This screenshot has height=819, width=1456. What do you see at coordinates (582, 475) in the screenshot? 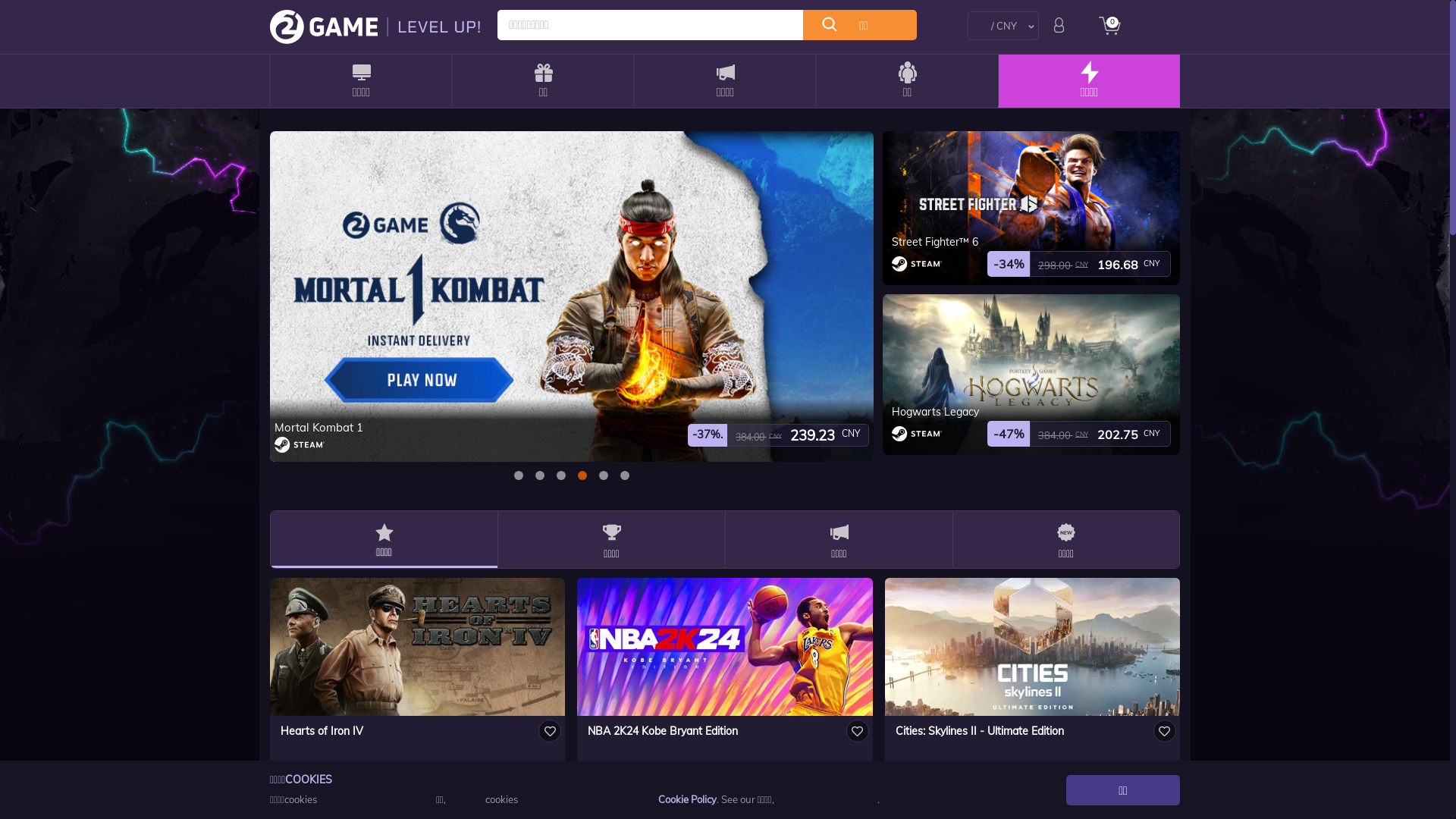
I see `'3'` at bounding box center [582, 475].